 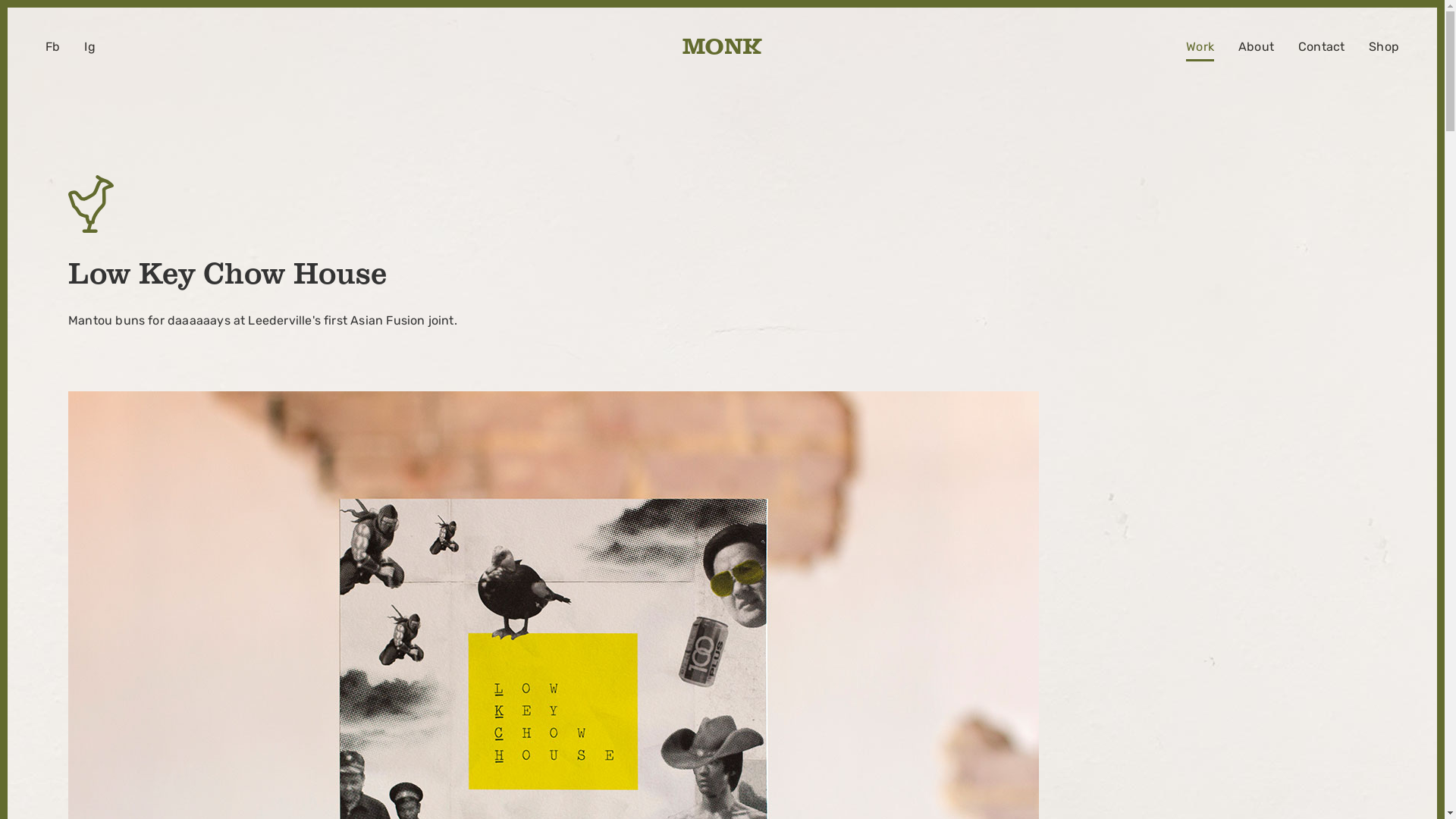 What do you see at coordinates (1320, 49) in the screenshot?
I see `'Contact'` at bounding box center [1320, 49].